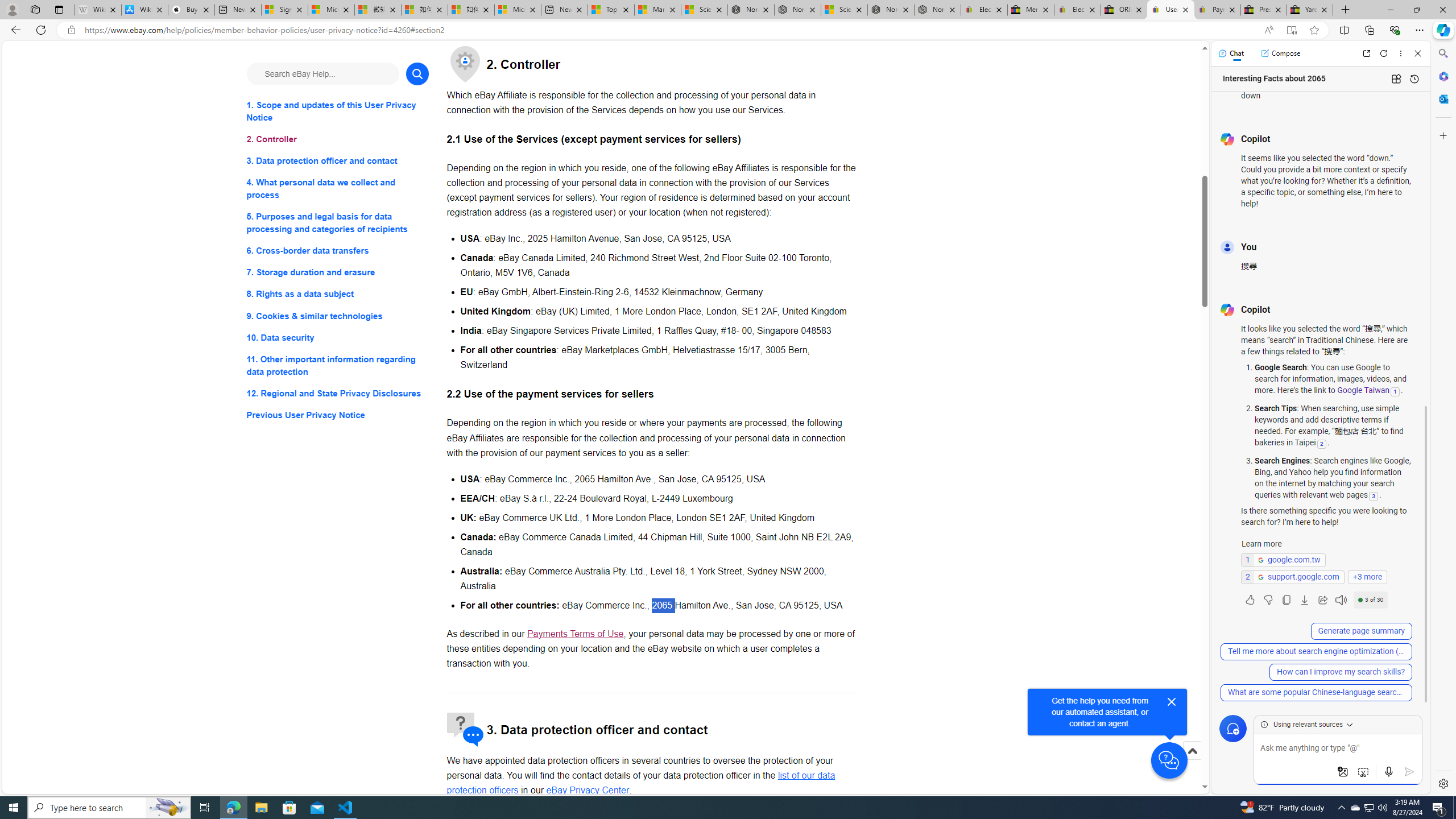 The image size is (1456, 819). I want to click on '1. Scope and updates of this User Privacy Notice', so click(337, 111).